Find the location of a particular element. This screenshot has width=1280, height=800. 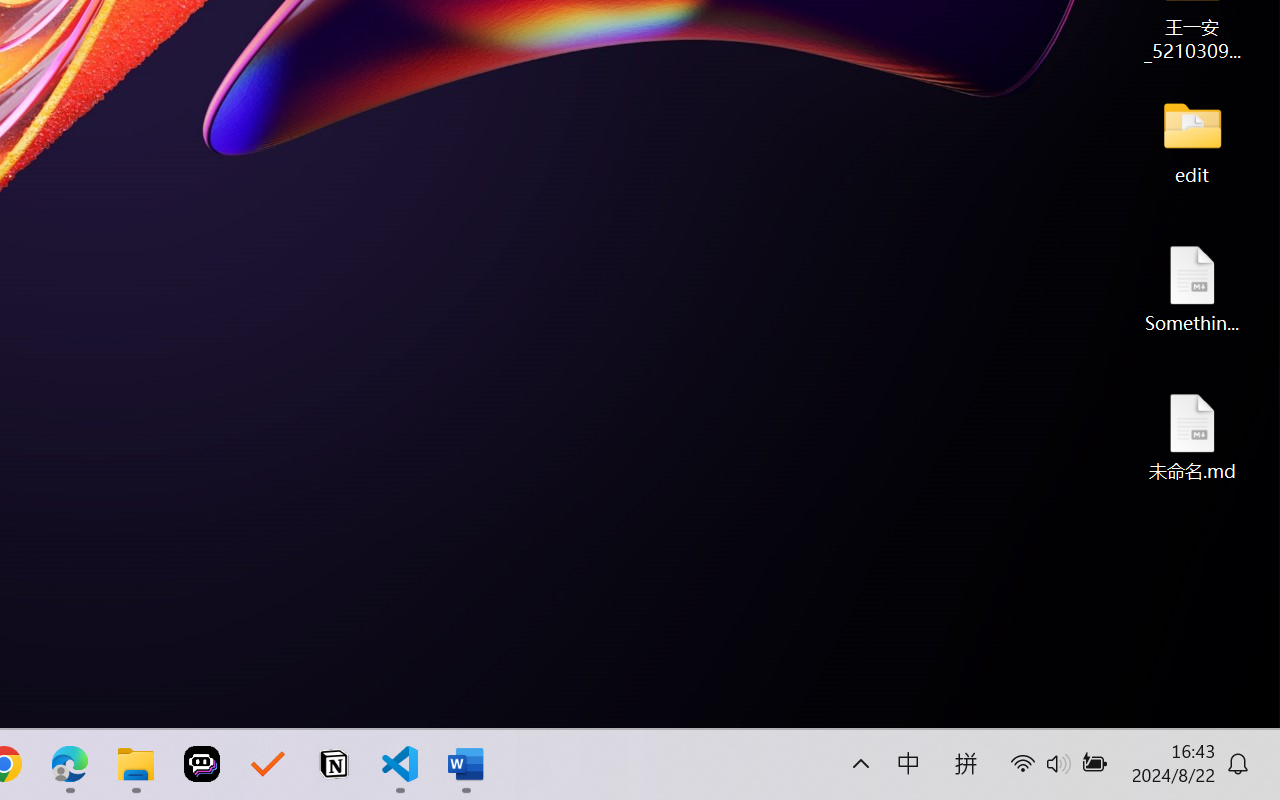

'edit' is located at coordinates (1192, 140).